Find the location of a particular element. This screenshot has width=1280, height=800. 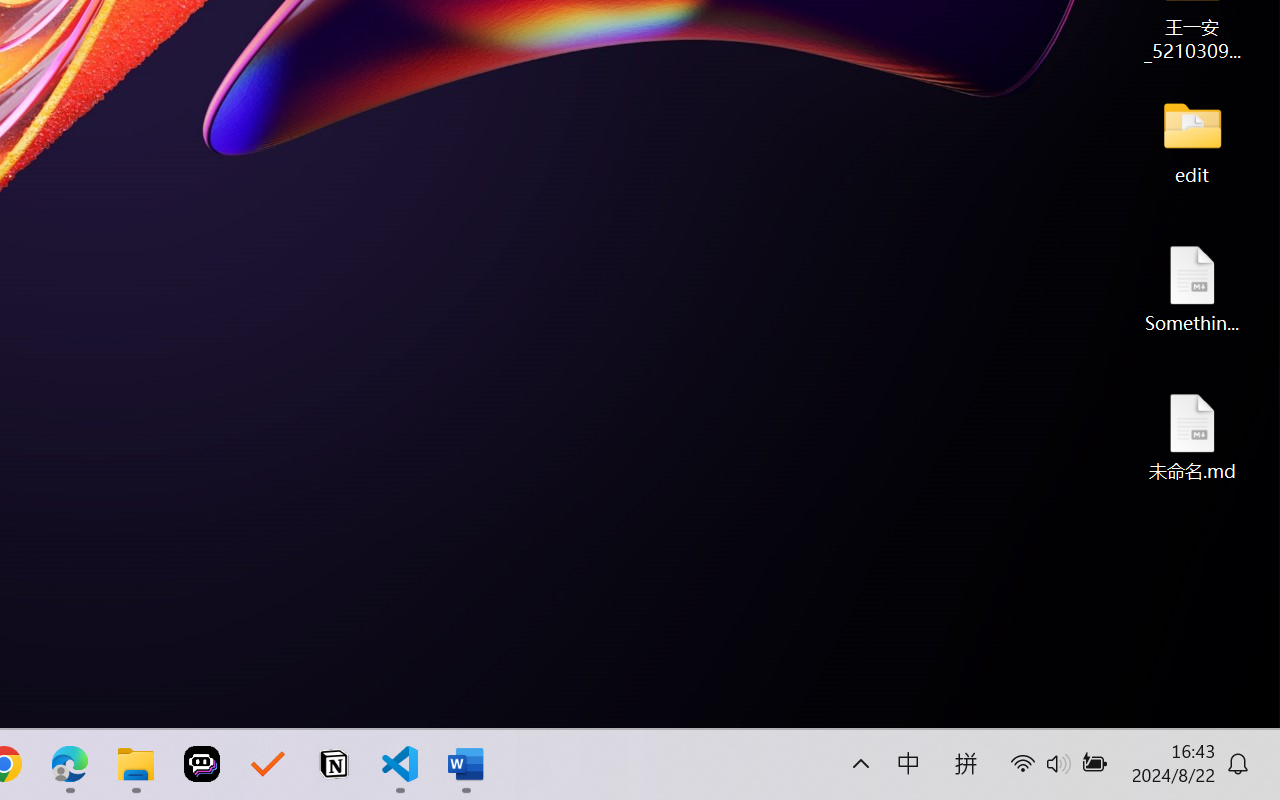

'edit' is located at coordinates (1192, 140).